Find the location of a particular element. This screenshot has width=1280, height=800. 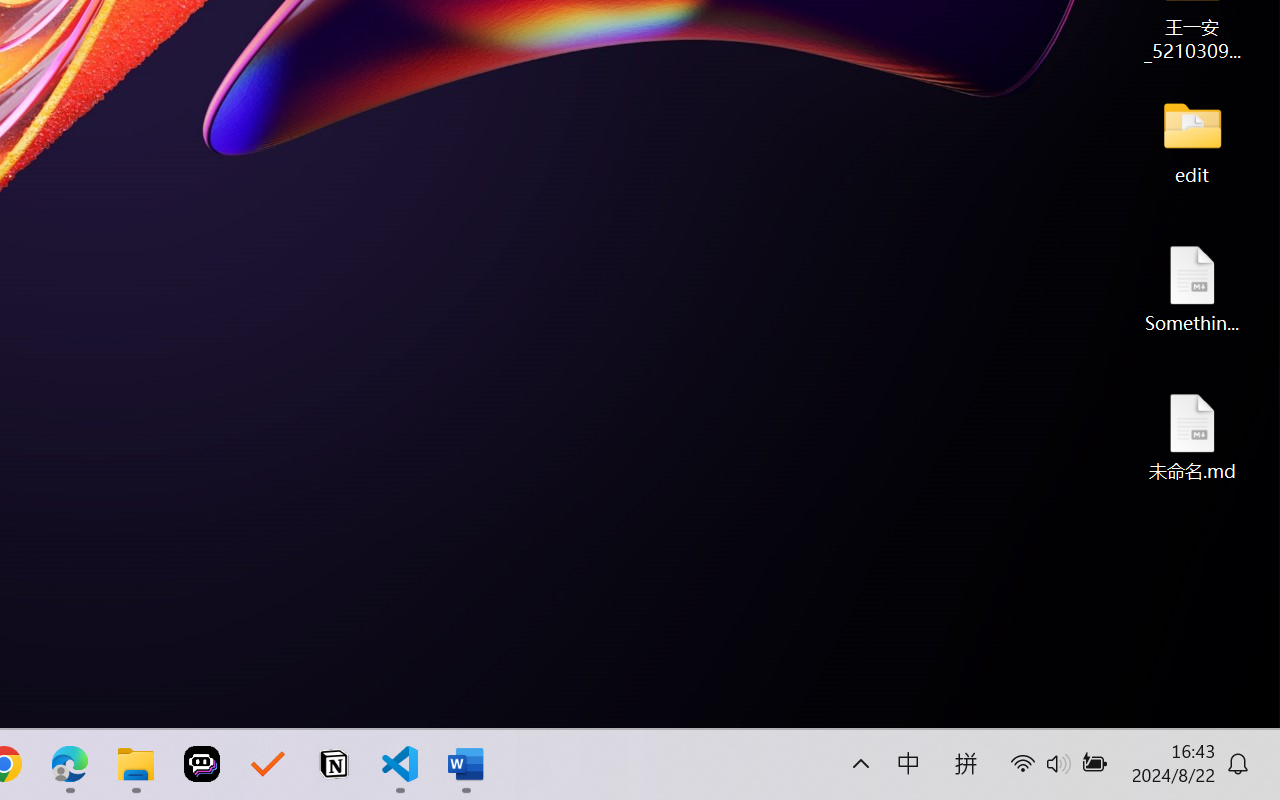

'edit' is located at coordinates (1192, 140).